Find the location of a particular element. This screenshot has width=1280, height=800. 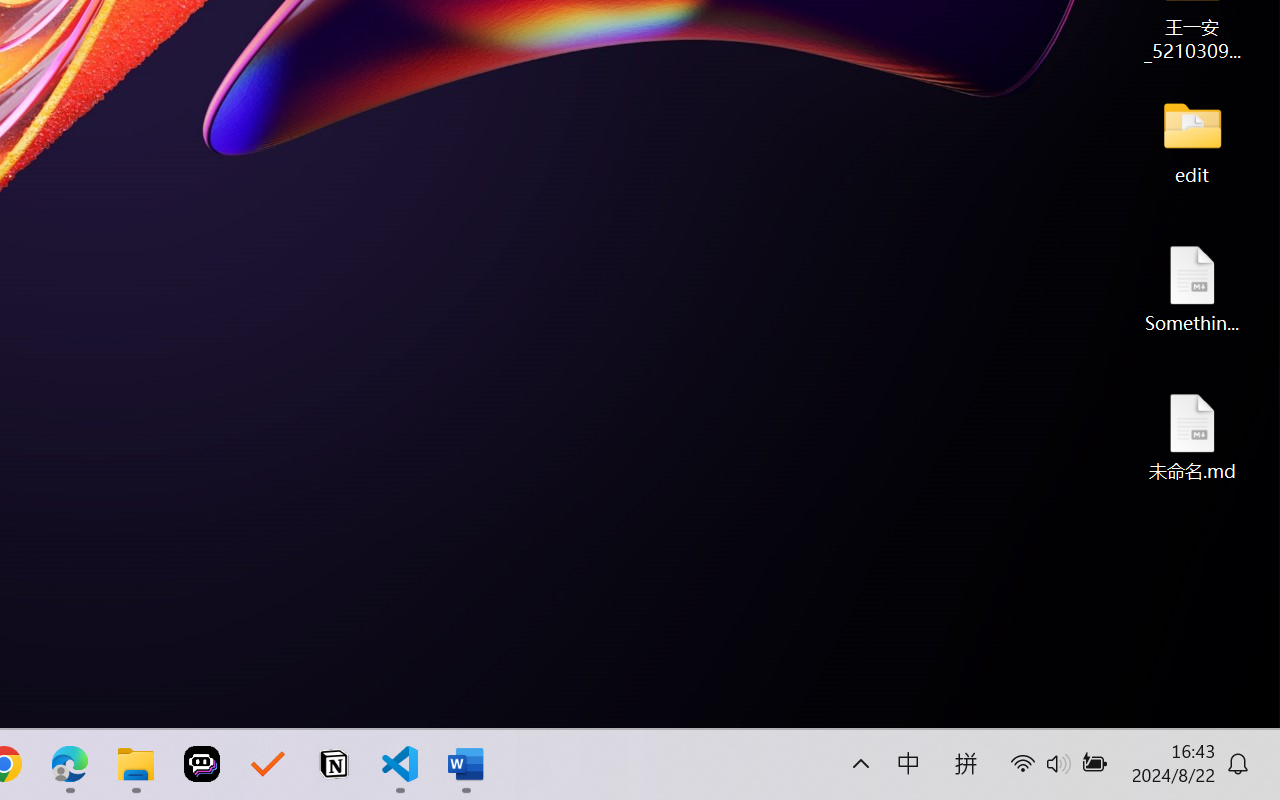

'edit' is located at coordinates (1192, 140).